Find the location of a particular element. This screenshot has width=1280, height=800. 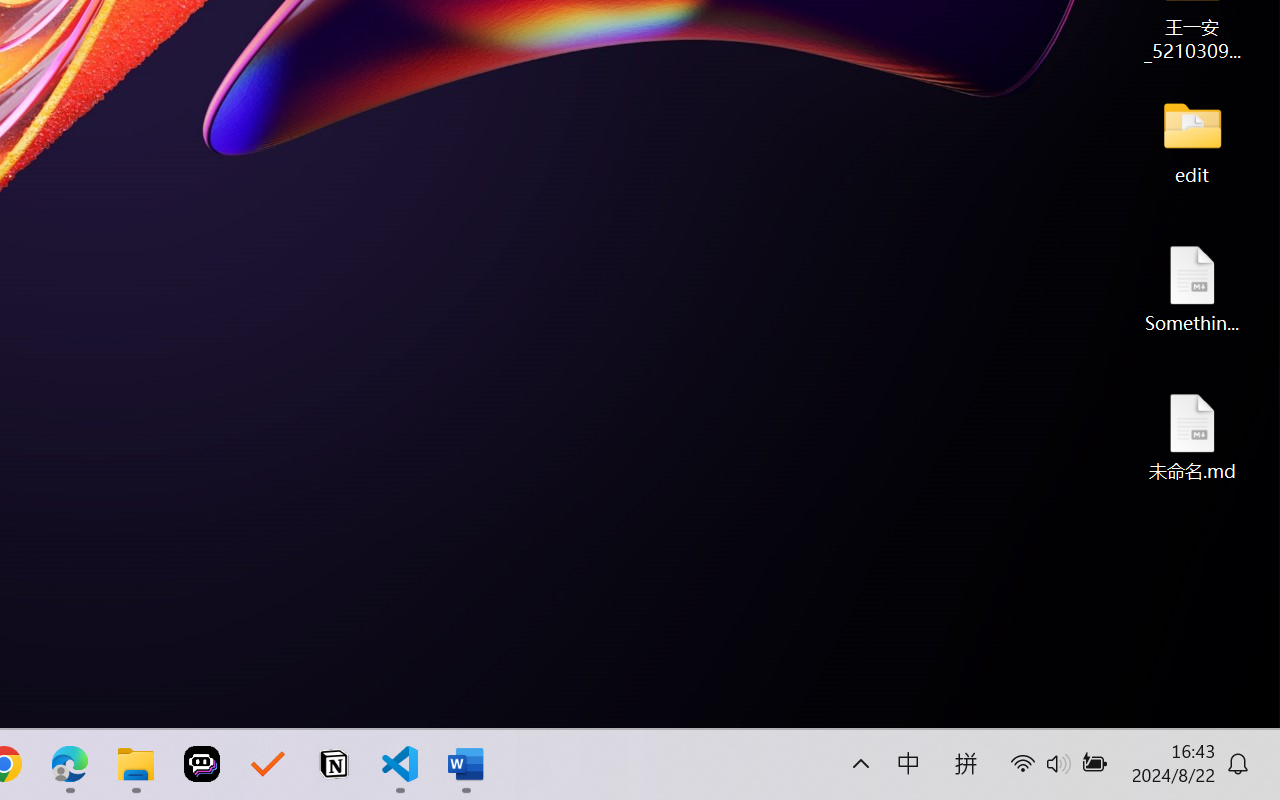

'edit' is located at coordinates (1192, 140).